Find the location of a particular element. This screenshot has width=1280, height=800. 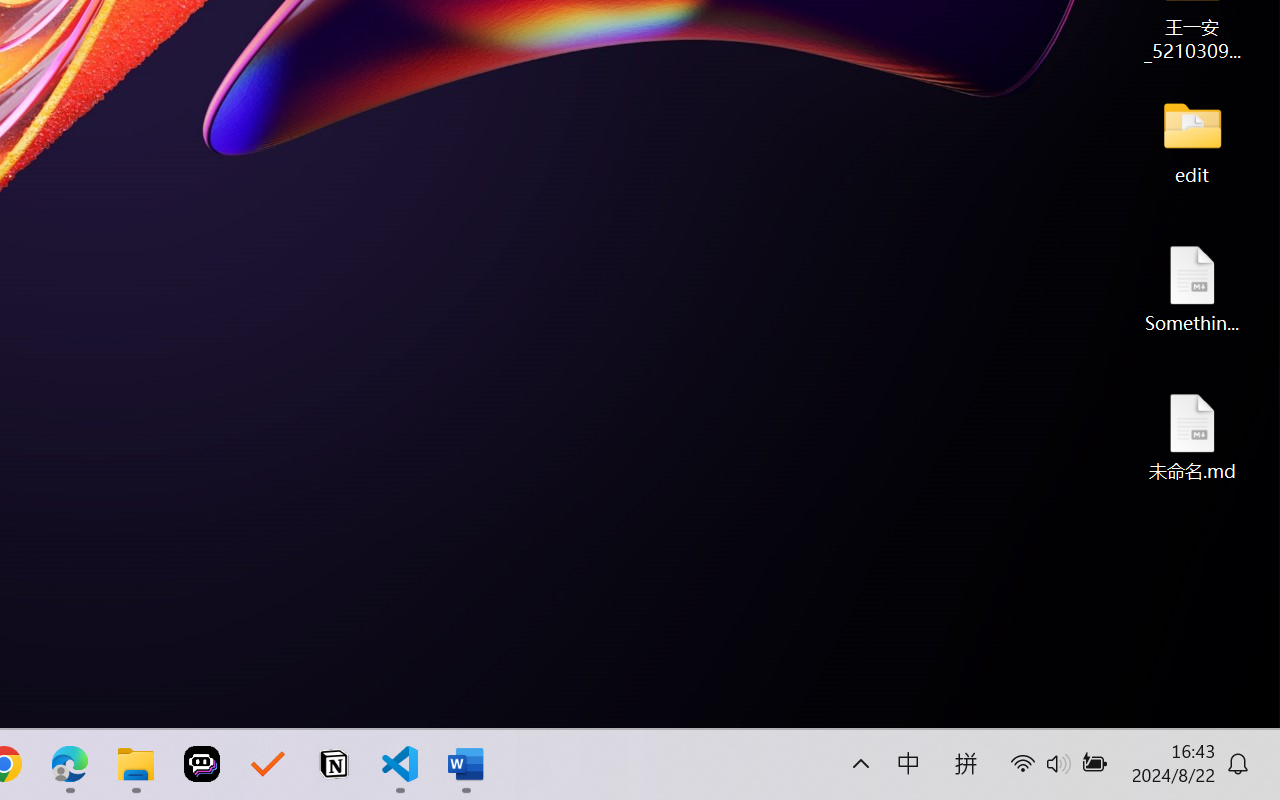

'edit' is located at coordinates (1192, 140).